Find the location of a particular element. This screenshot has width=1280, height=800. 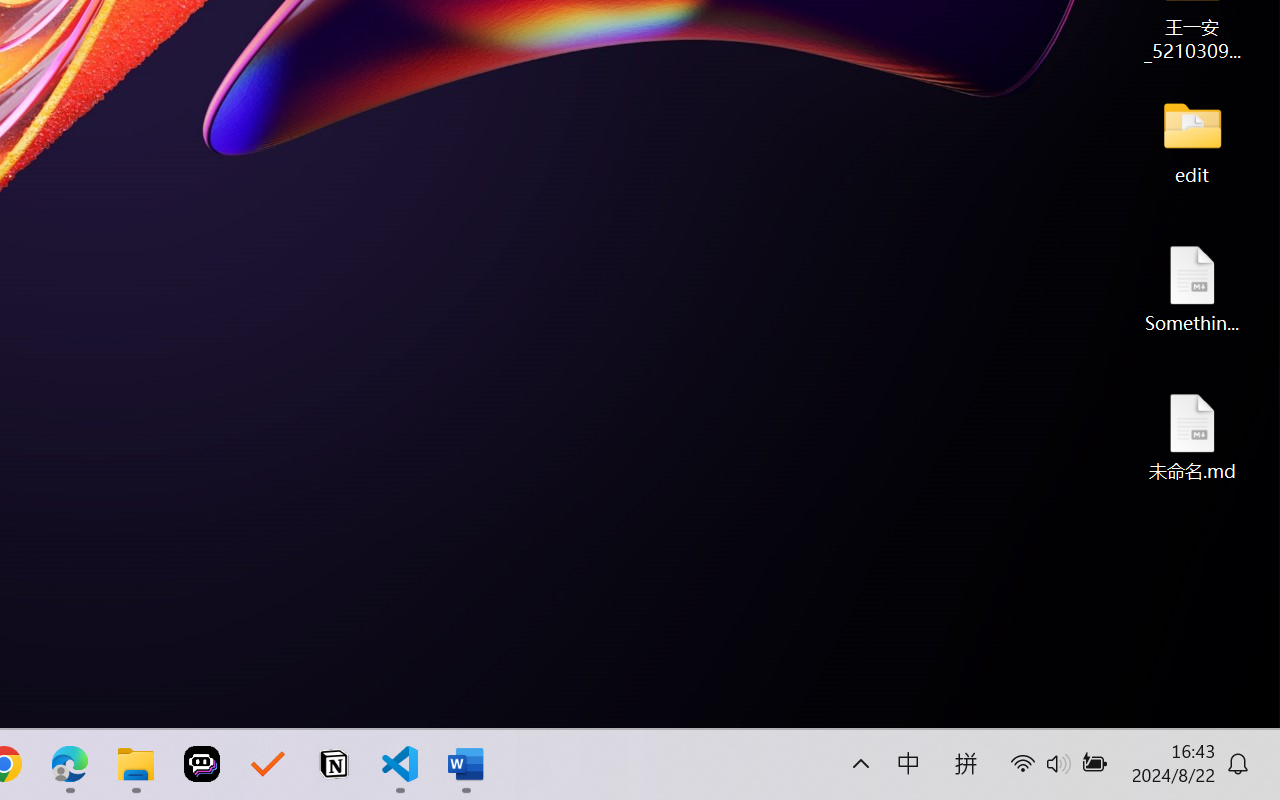

'edit' is located at coordinates (1192, 140).